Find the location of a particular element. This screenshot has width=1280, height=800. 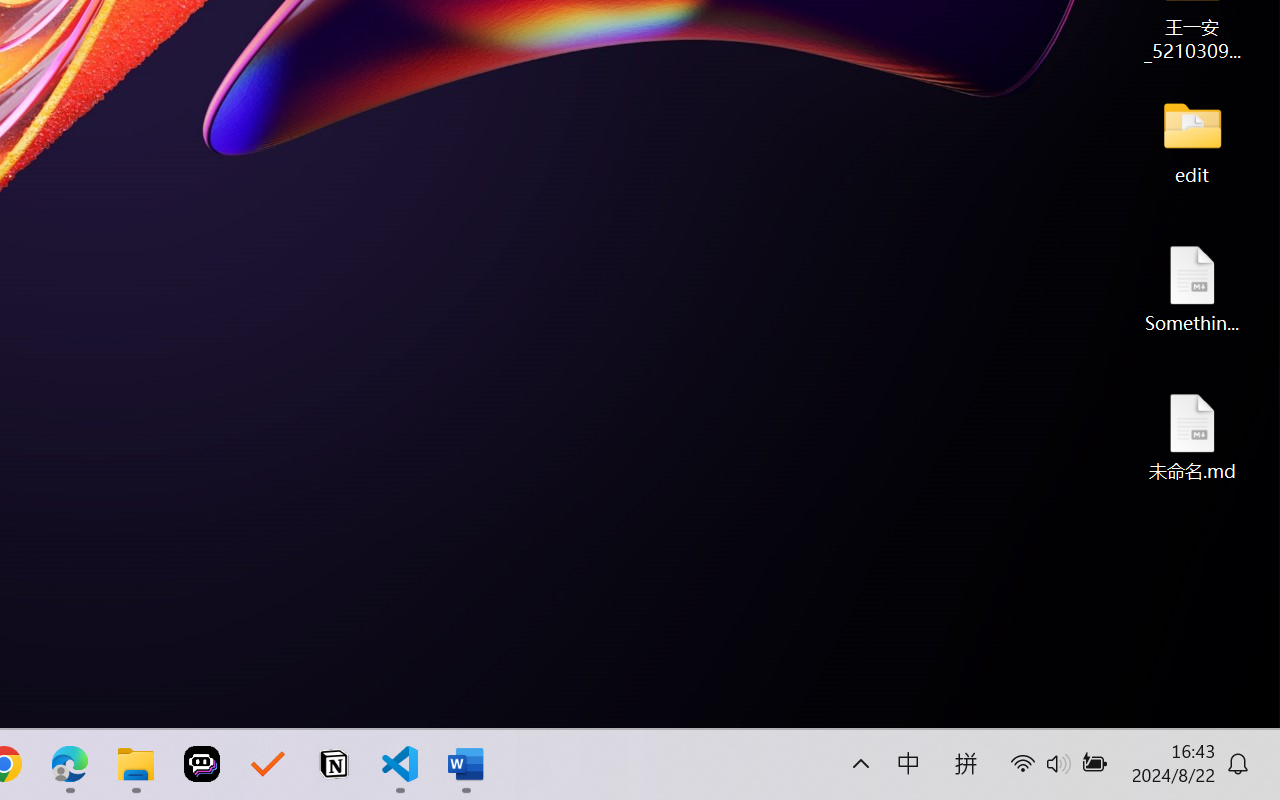

'edit' is located at coordinates (1192, 140).